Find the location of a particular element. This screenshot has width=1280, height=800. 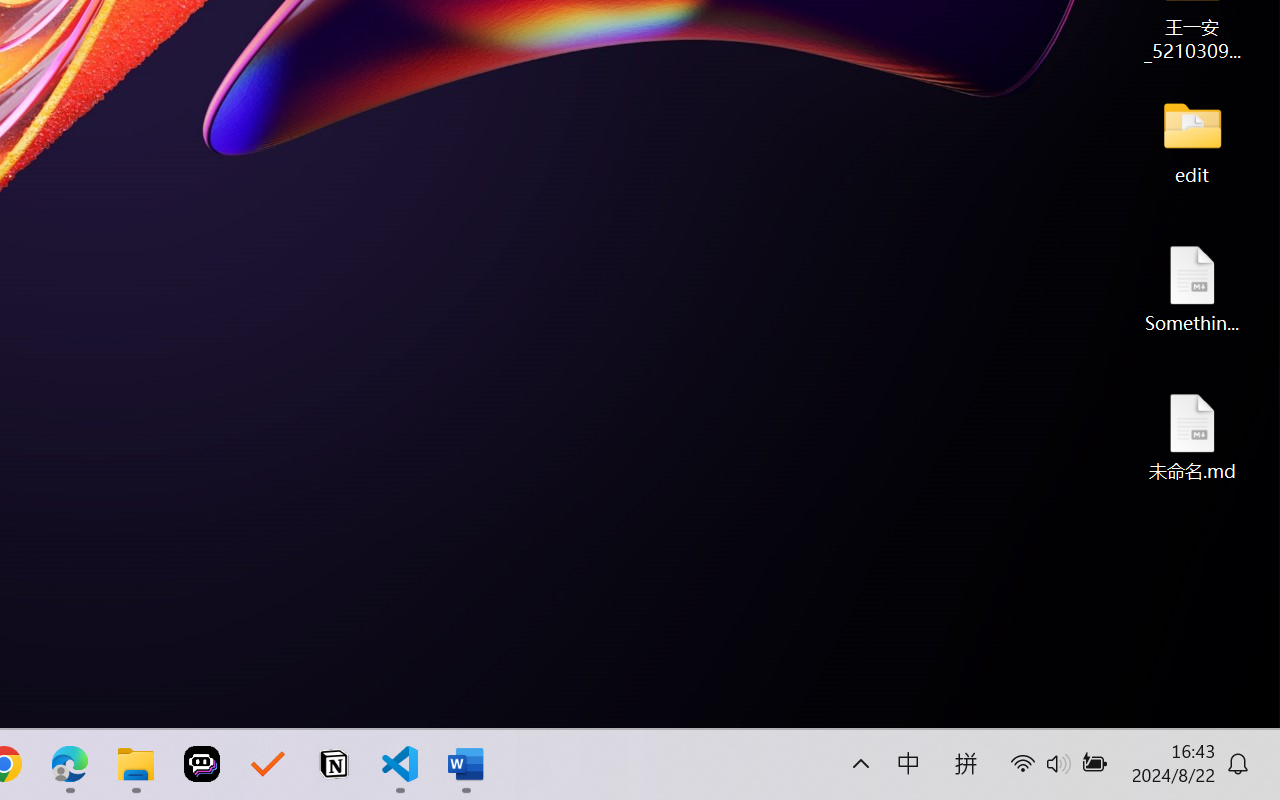

'edit' is located at coordinates (1192, 140).